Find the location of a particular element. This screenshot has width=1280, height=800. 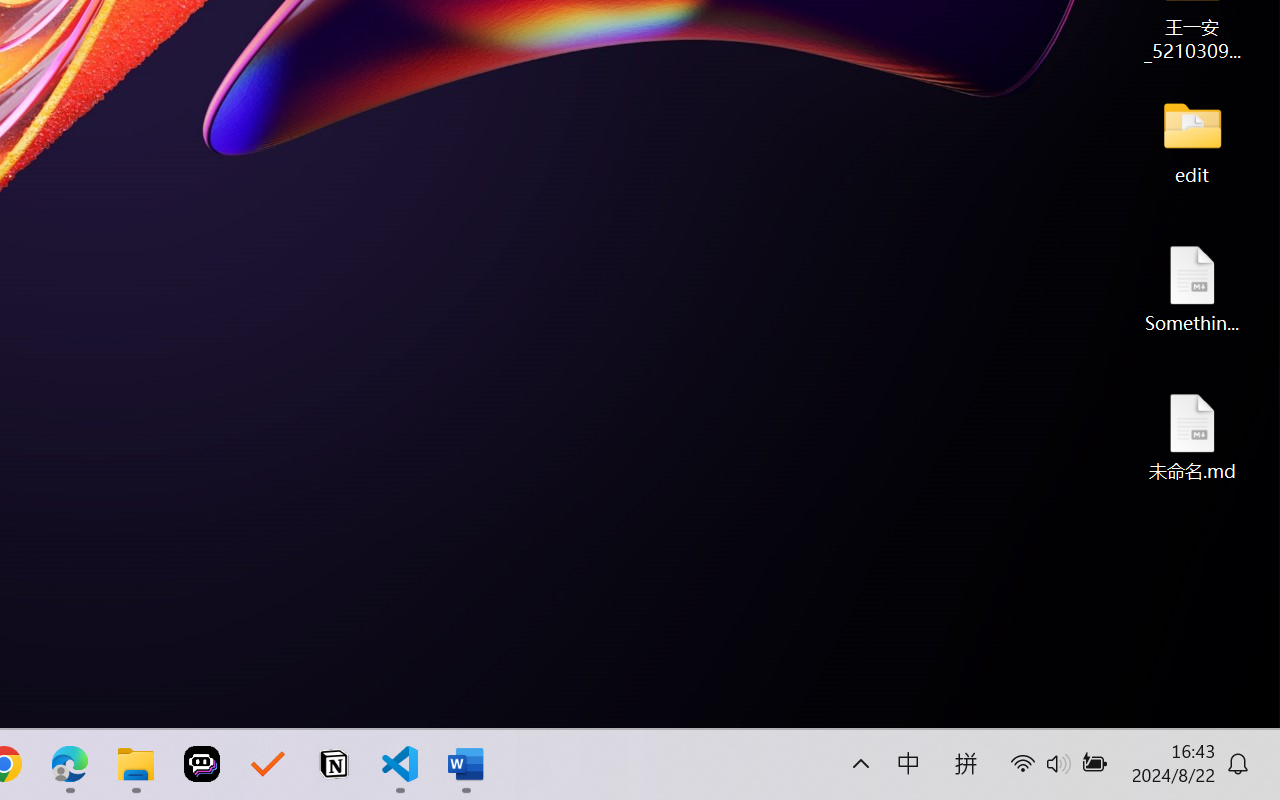

'edit' is located at coordinates (1192, 140).